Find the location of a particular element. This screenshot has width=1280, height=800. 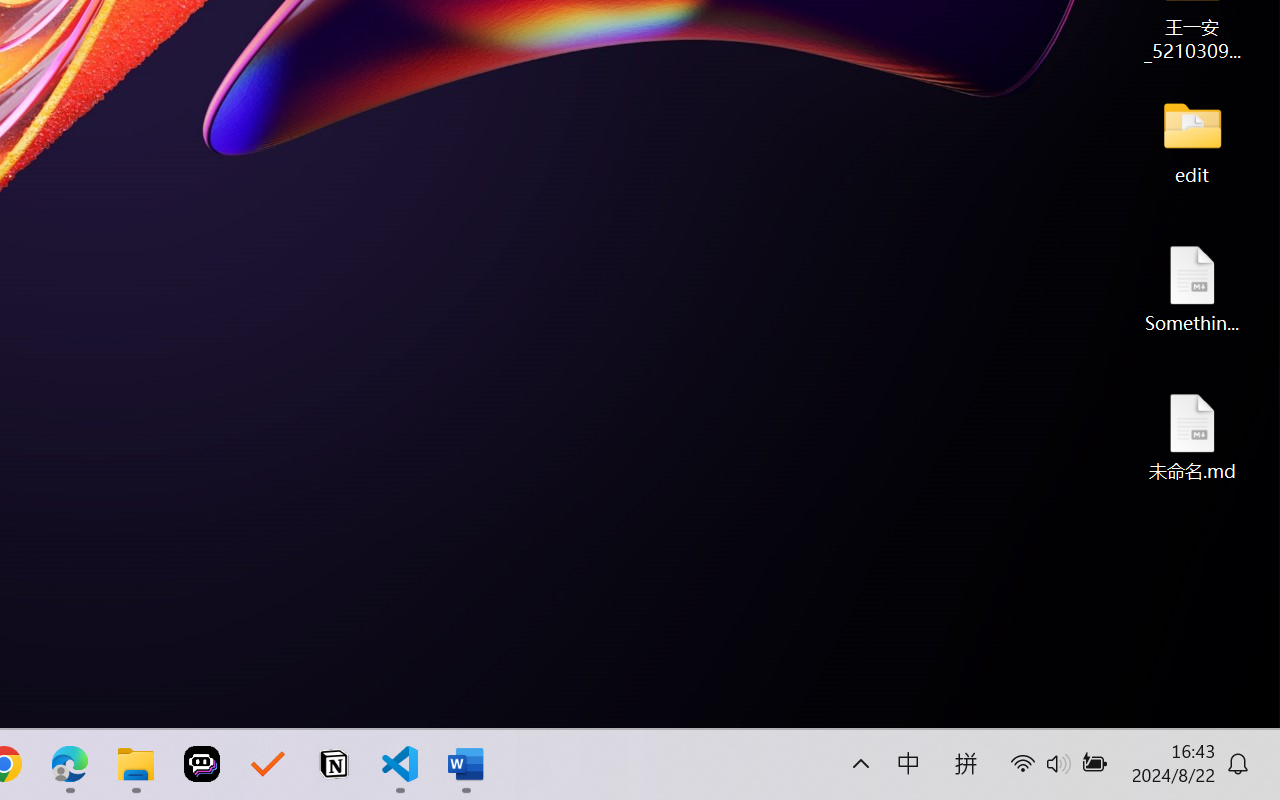

'edit' is located at coordinates (1192, 140).